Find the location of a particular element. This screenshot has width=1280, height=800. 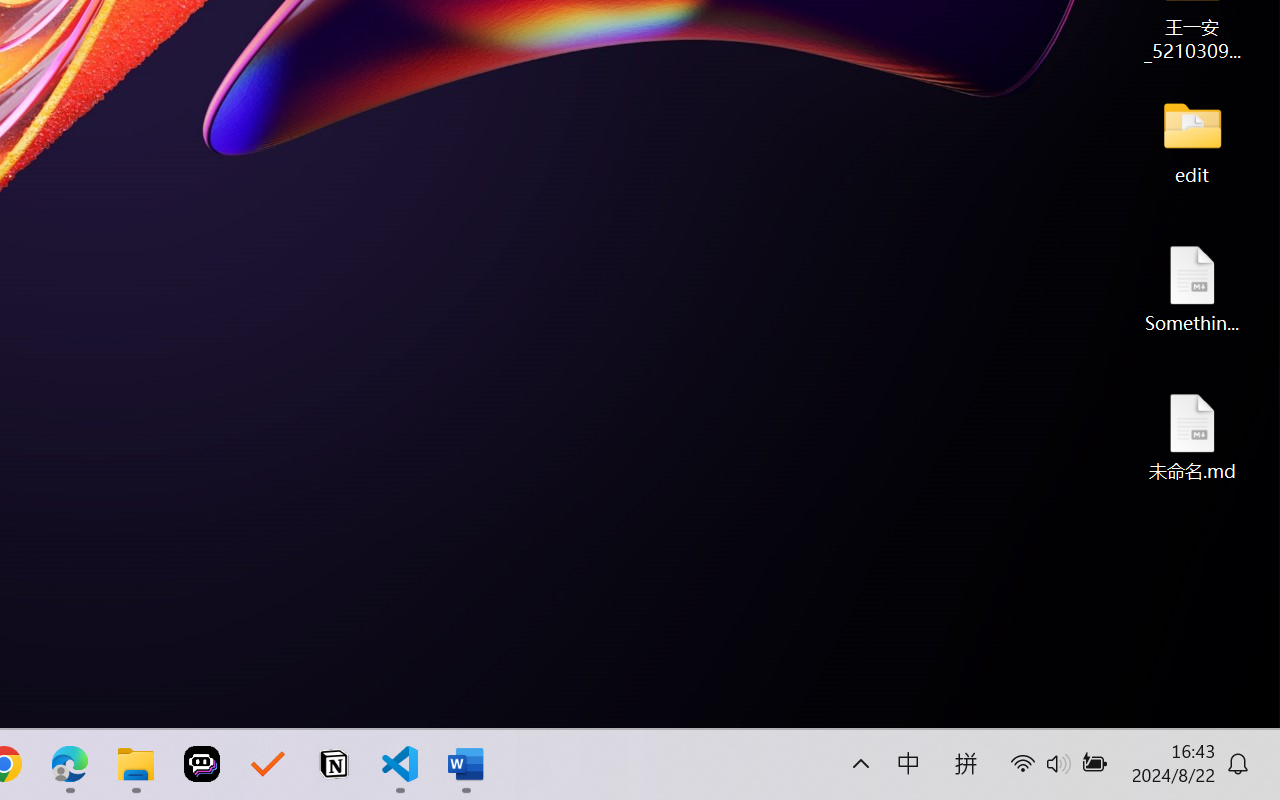

'edit' is located at coordinates (1192, 140).